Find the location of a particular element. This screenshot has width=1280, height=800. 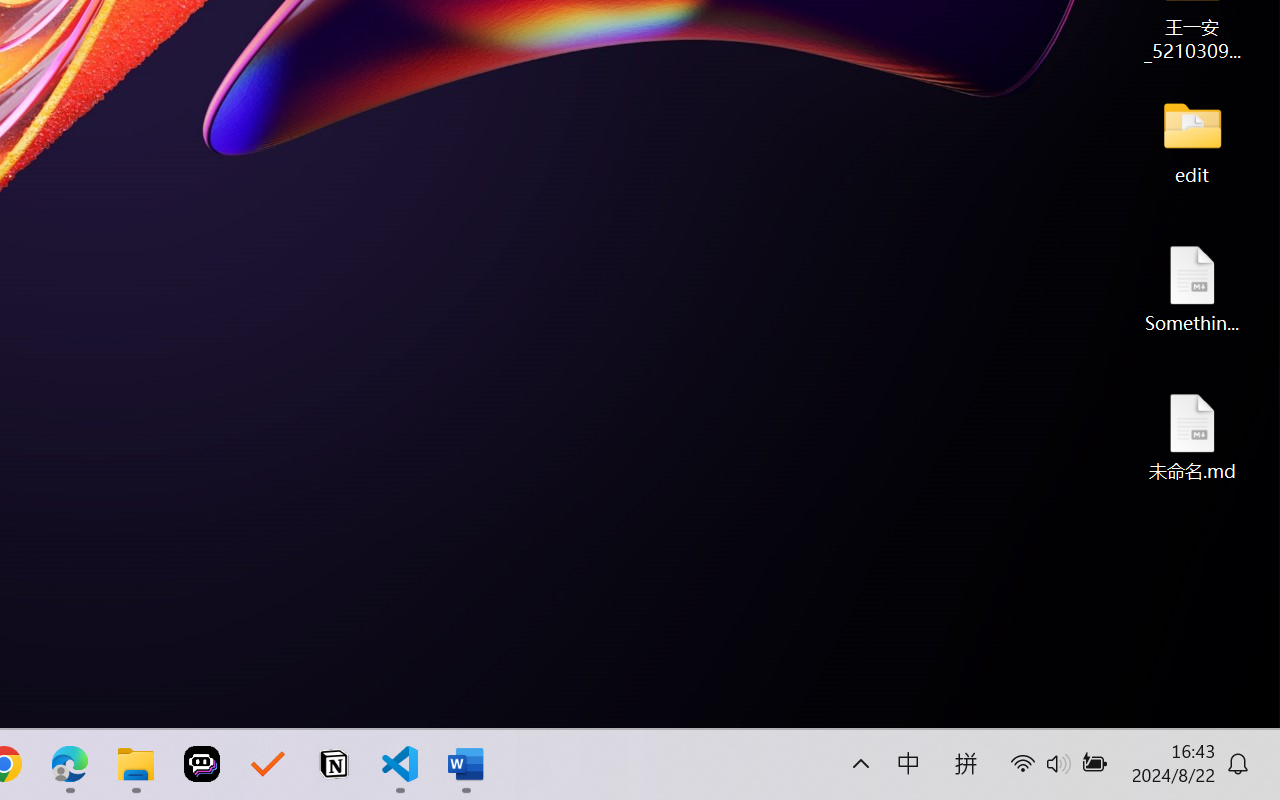

'edit' is located at coordinates (1192, 140).